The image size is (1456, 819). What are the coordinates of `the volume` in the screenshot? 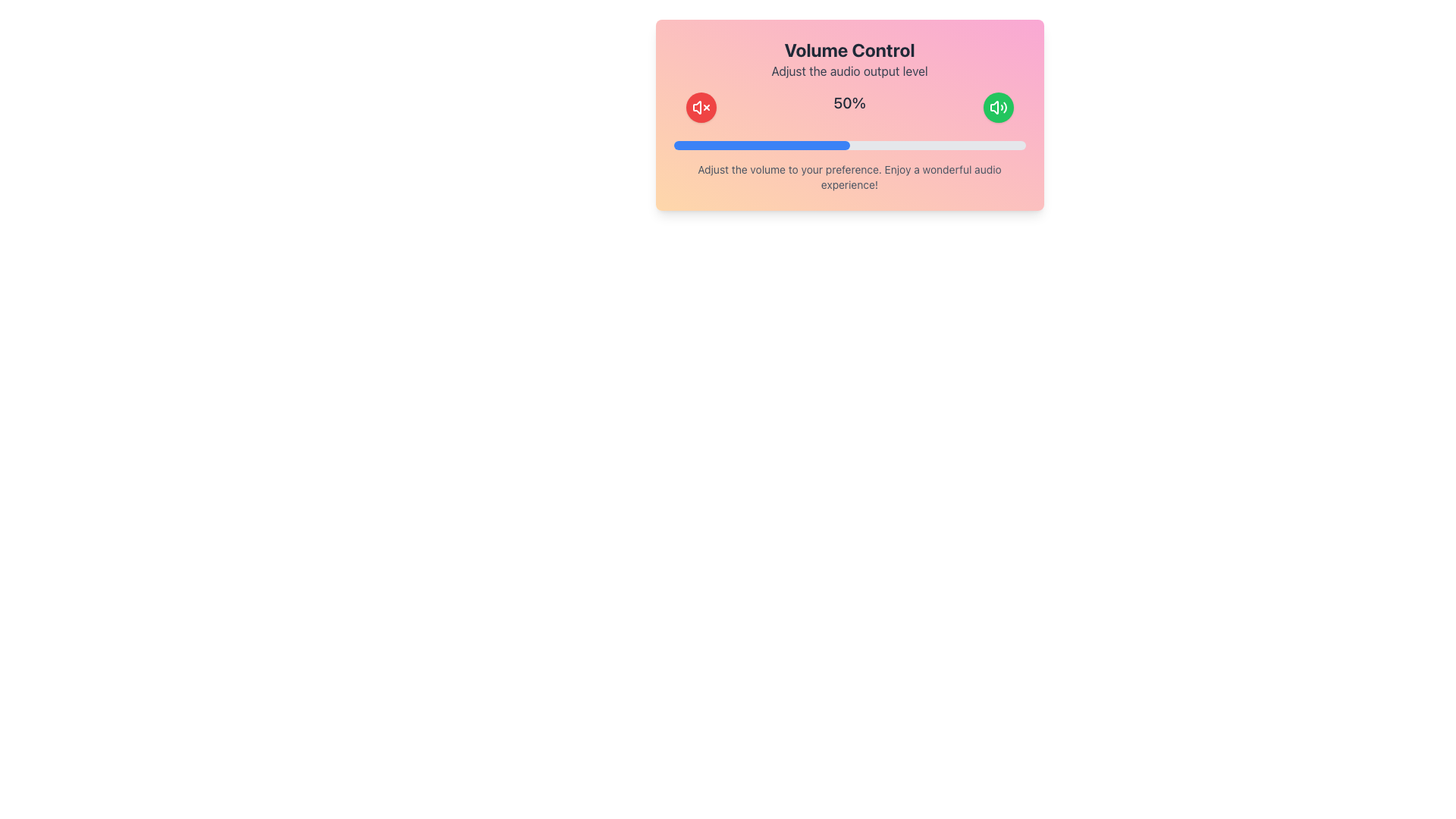 It's located at (983, 146).